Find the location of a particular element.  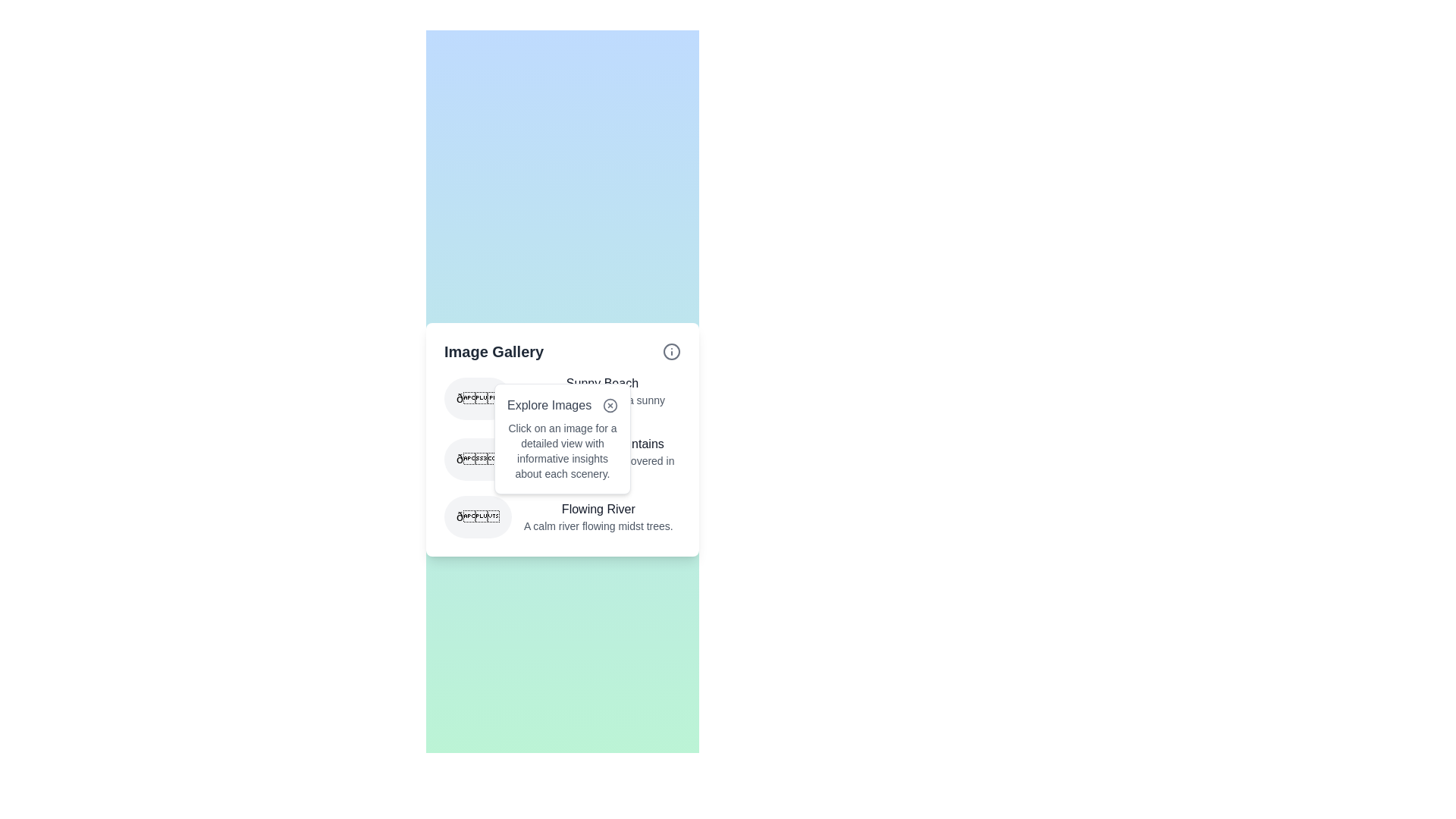

the text label displaying 'A serene scene of a sunny beach.' located below the 'Sunny Beach' header is located at coordinates (601, 406).